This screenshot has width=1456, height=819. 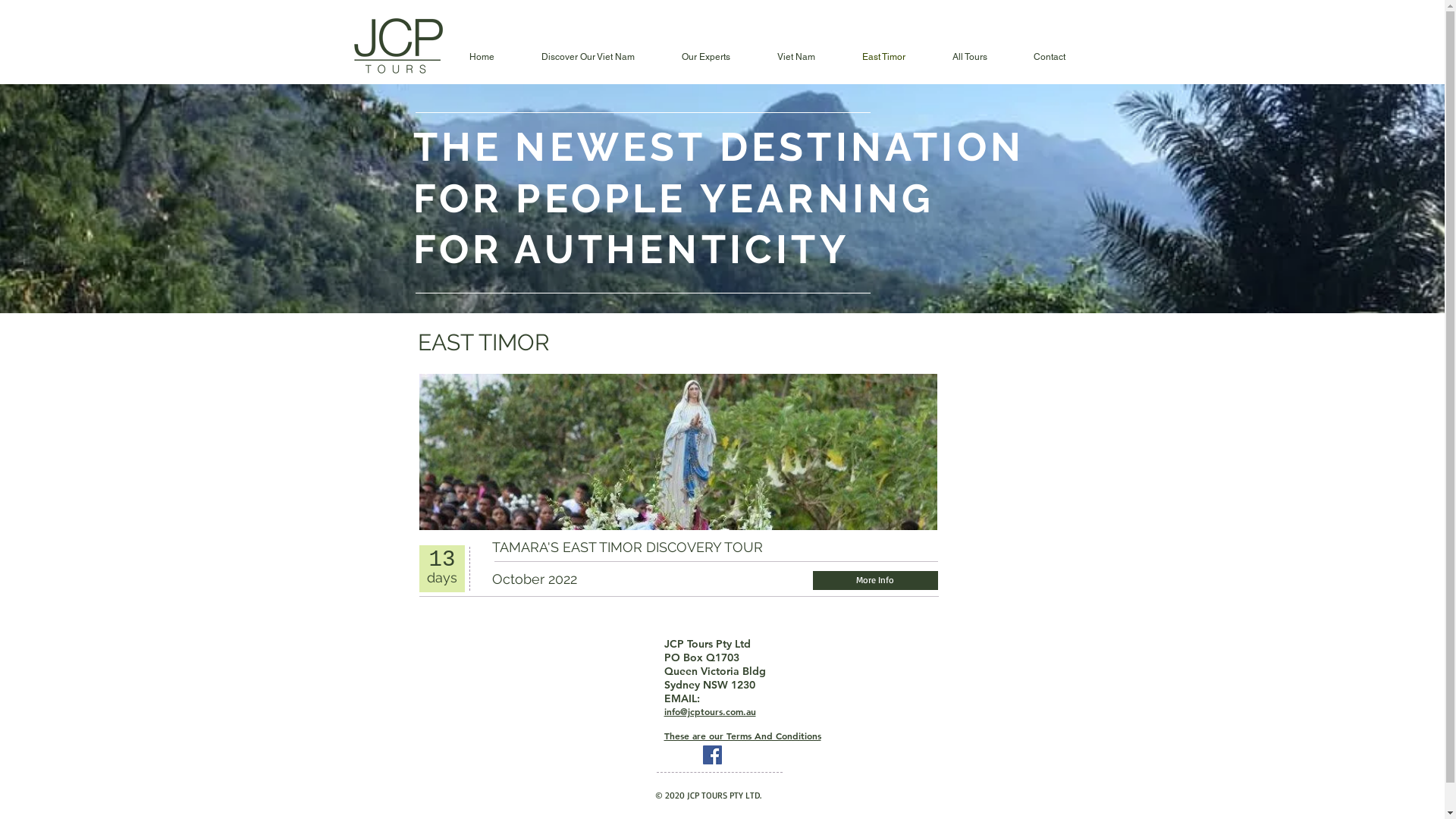 I want to click on 'Viet Nam', so click(x=795, y=56).